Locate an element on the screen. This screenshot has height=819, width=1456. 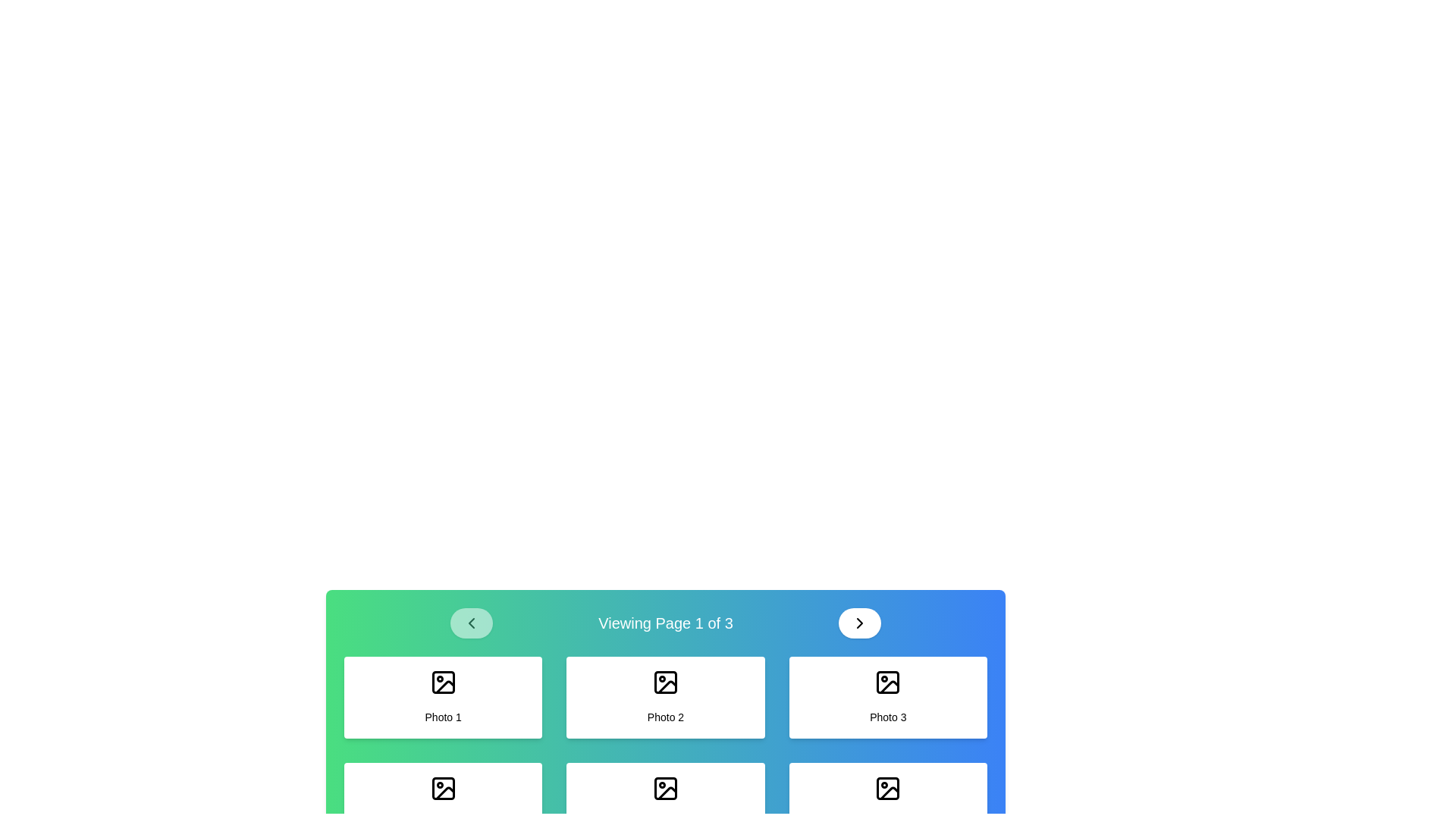
the photo icon inside the card labeled 'Photo 5', which is located in the lower center area of the grid layout is located at coordinates (666, 788).